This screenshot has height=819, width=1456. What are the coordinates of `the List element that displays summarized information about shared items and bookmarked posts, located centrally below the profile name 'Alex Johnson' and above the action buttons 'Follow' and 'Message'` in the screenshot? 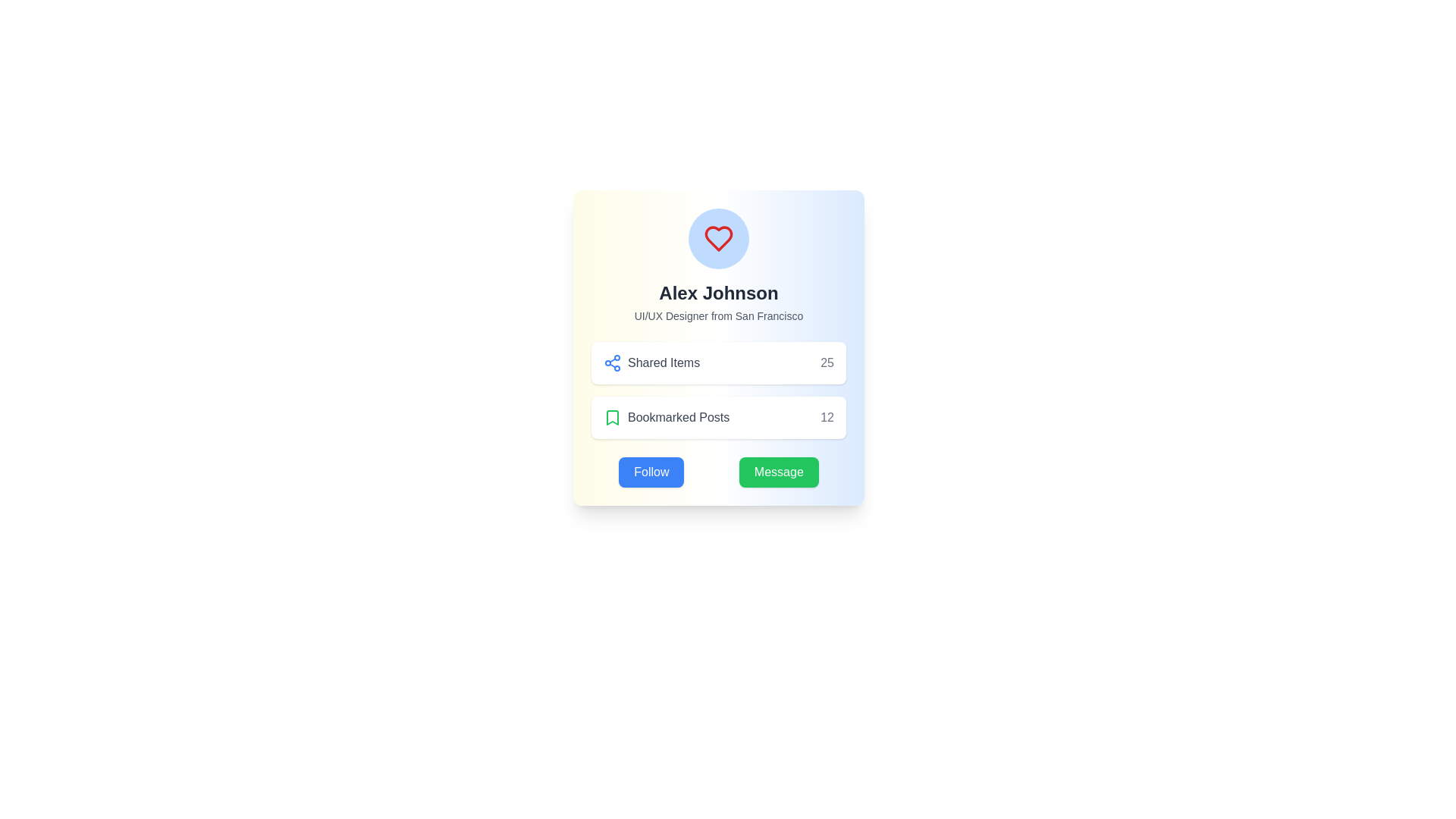 It's located at (718, 390).